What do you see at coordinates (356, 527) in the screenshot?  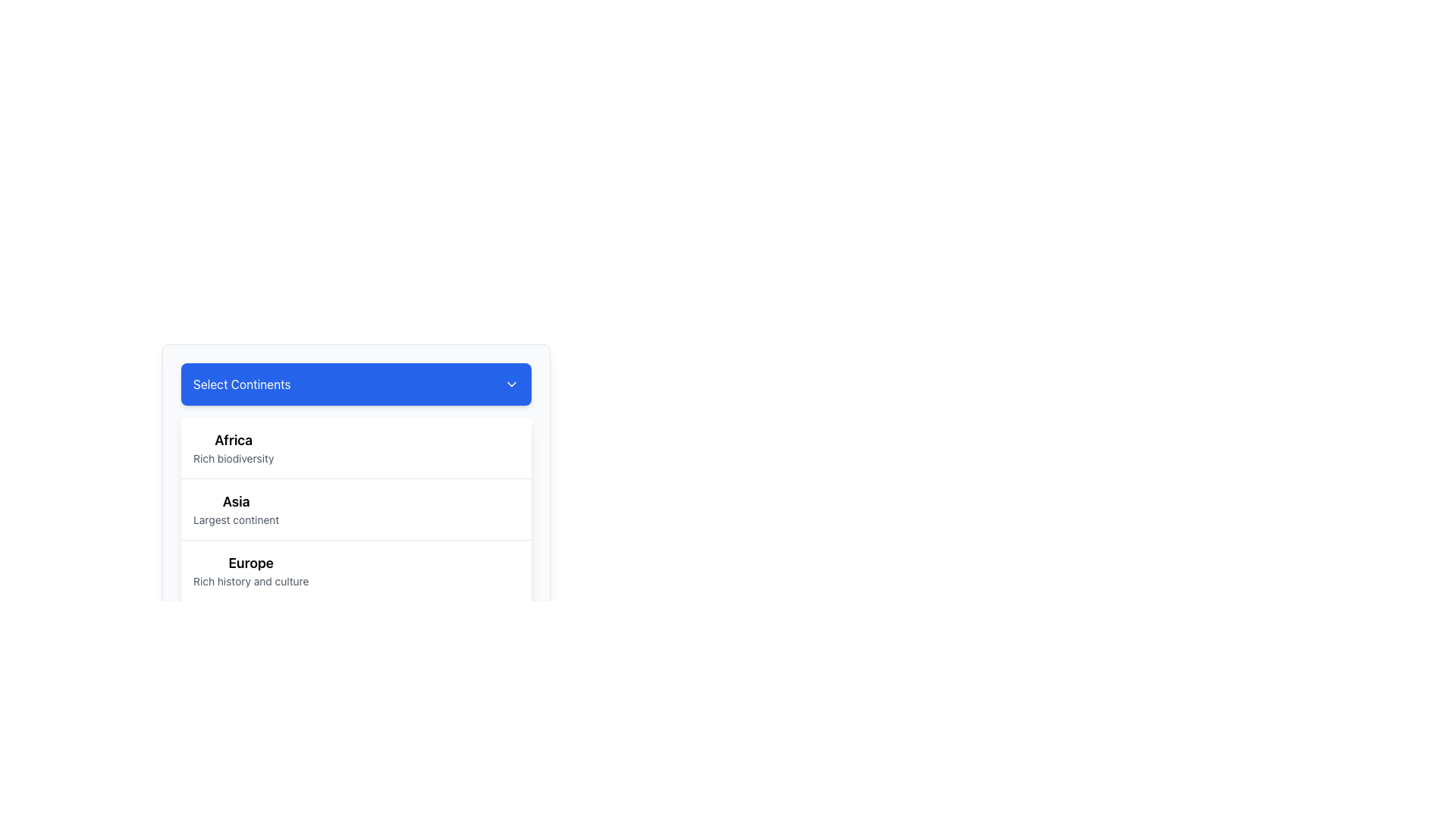 I see `the dropdown menu option for selecting the continent Asia, which is the second item in the list` at bounding box center [356, 527].